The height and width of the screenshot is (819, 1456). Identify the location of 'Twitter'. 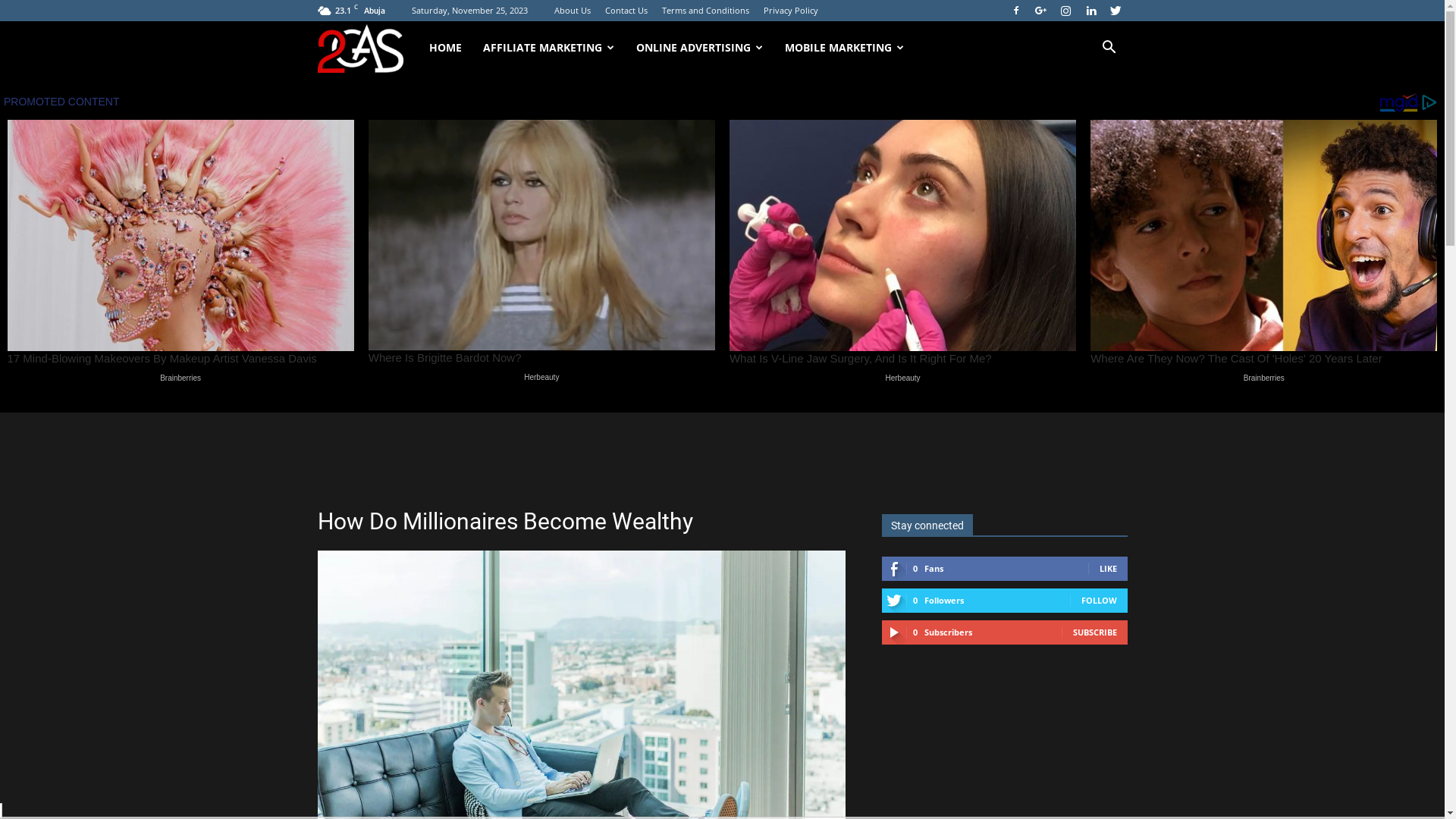
(1115, 11).